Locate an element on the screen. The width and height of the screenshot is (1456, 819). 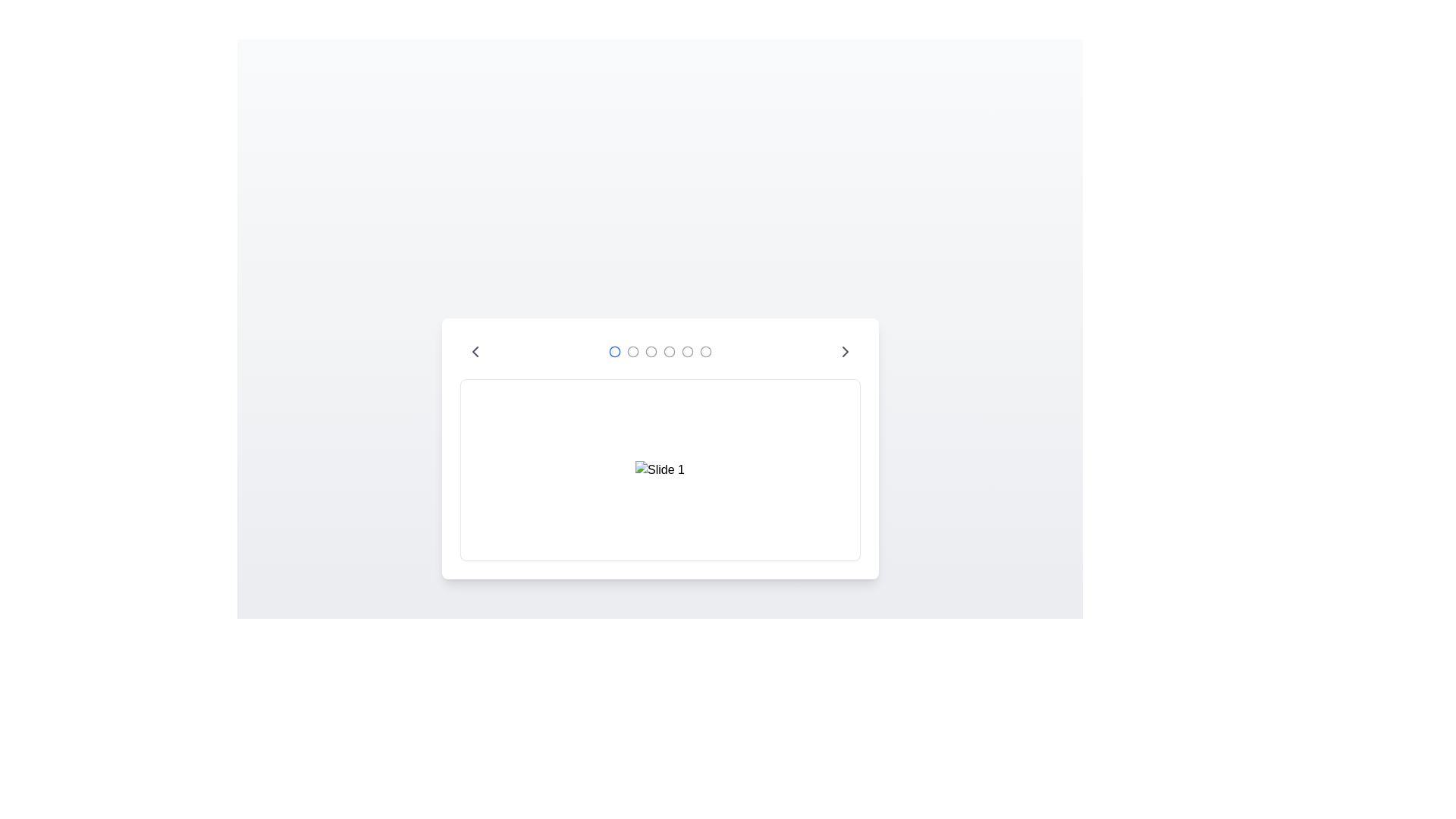
the left arrow button to navigate to the previous image is located at coordinates (474, 351).